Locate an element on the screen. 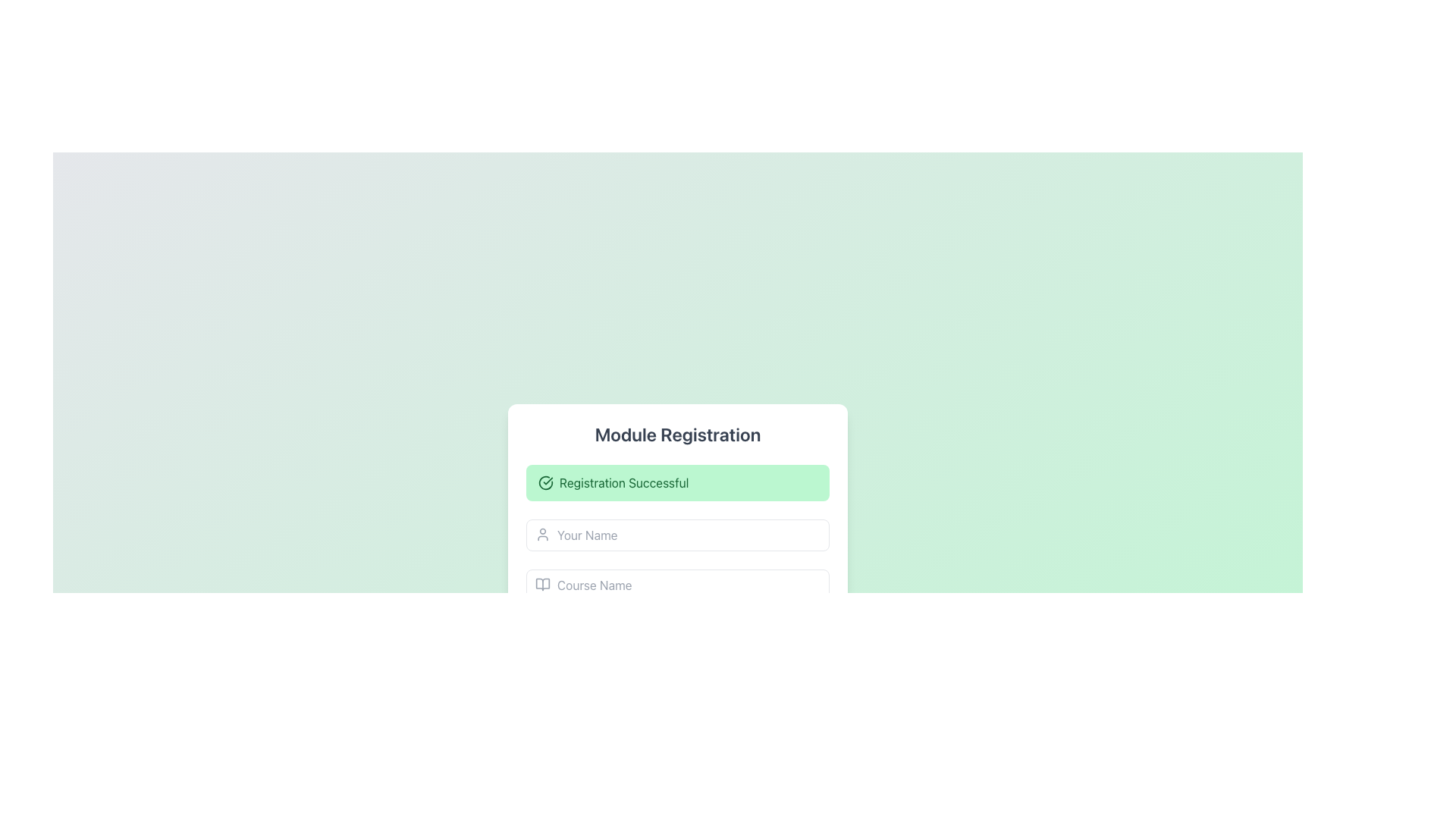  the icon located in the left-most part of the 'Course Name' input field, which visually indicates the type of input expected is located at coordinates (542, 584).